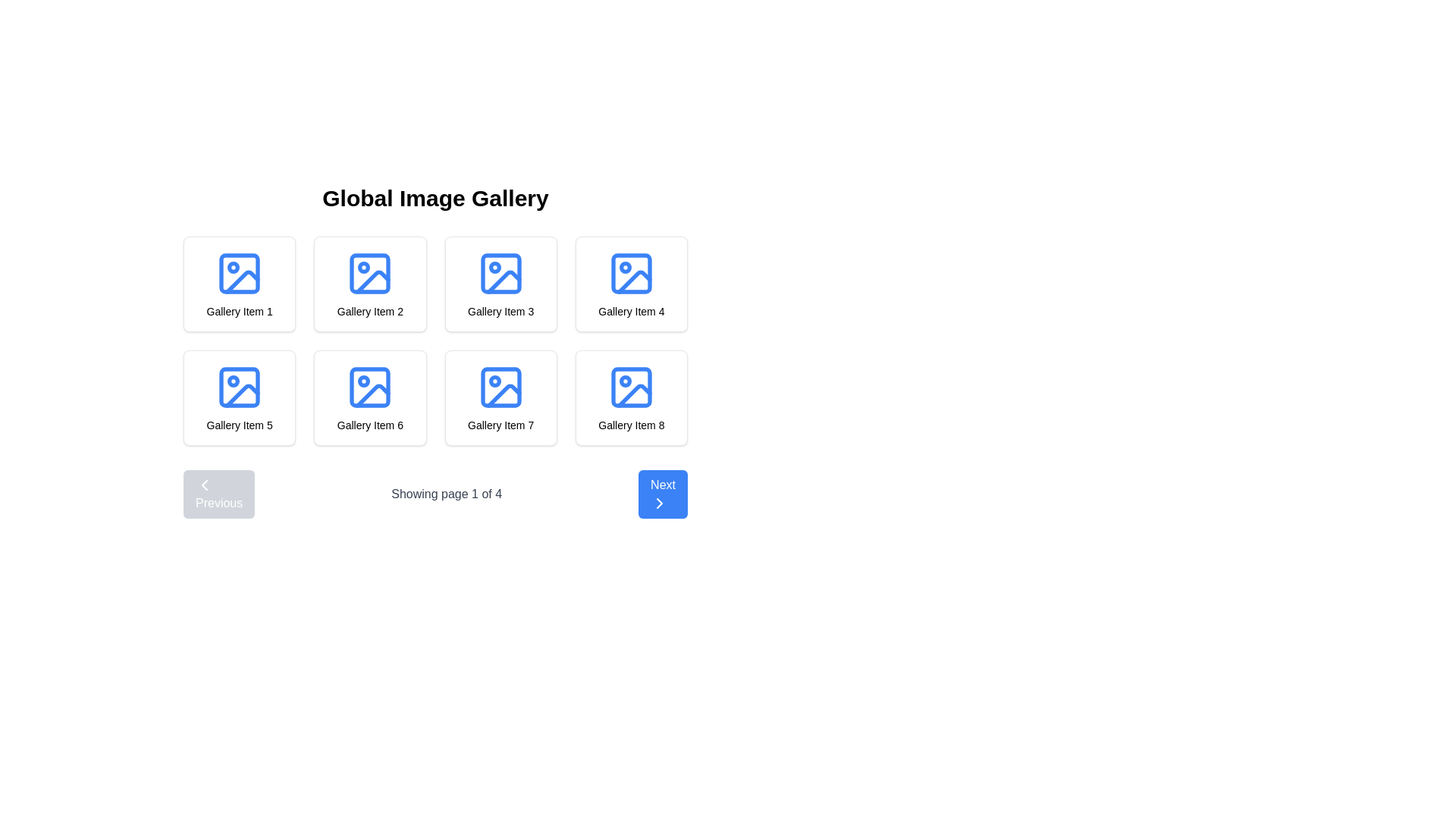  I want to click on the decorative graphical element located in the fifth item of the gallery grid, positioned in the second row, which visually distinguishes the gallery item, so click(239, 386).